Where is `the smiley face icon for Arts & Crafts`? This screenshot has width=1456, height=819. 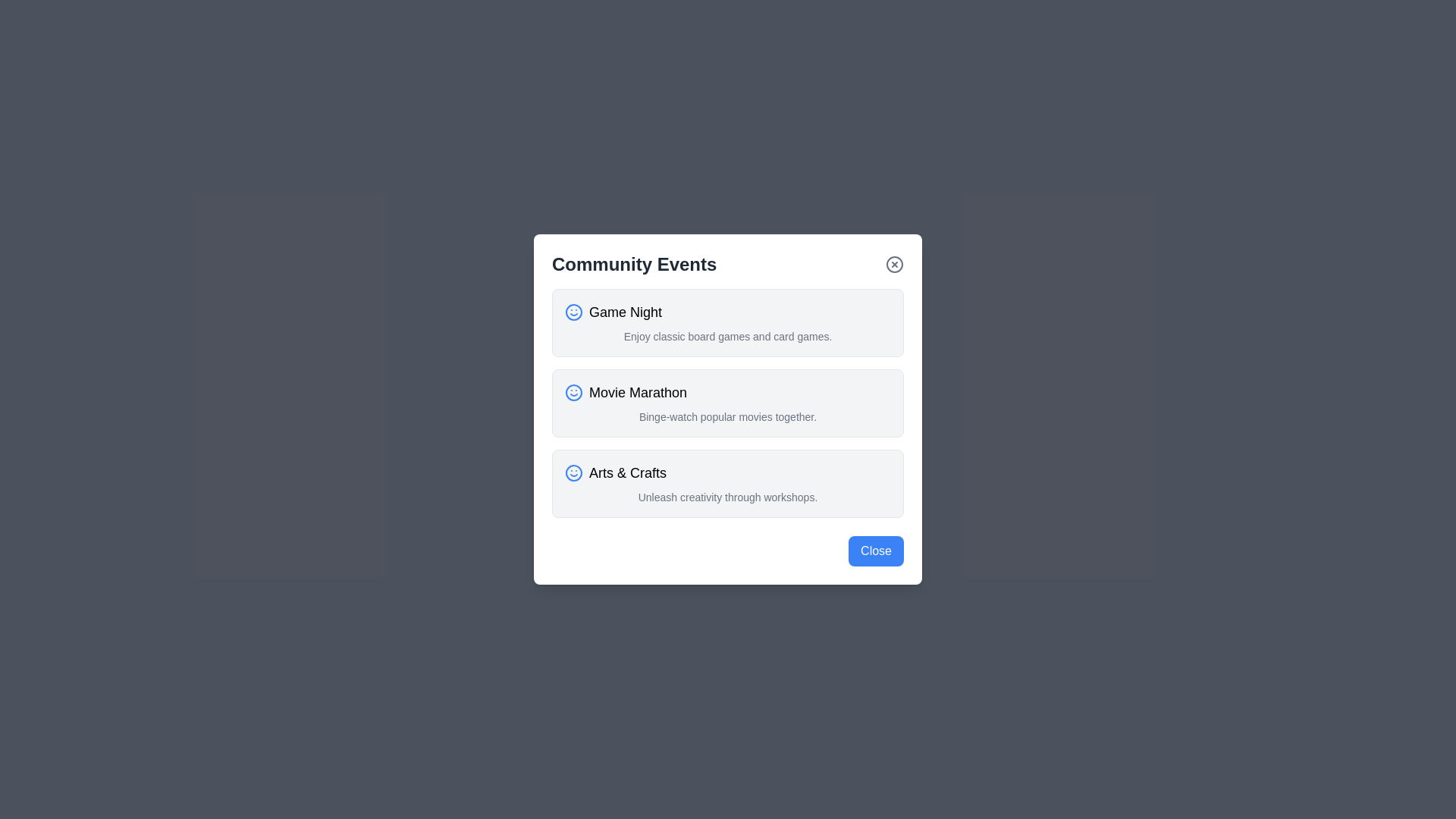
the smiley face icon for Arts & Crafts is located at coordinates (573, 472).